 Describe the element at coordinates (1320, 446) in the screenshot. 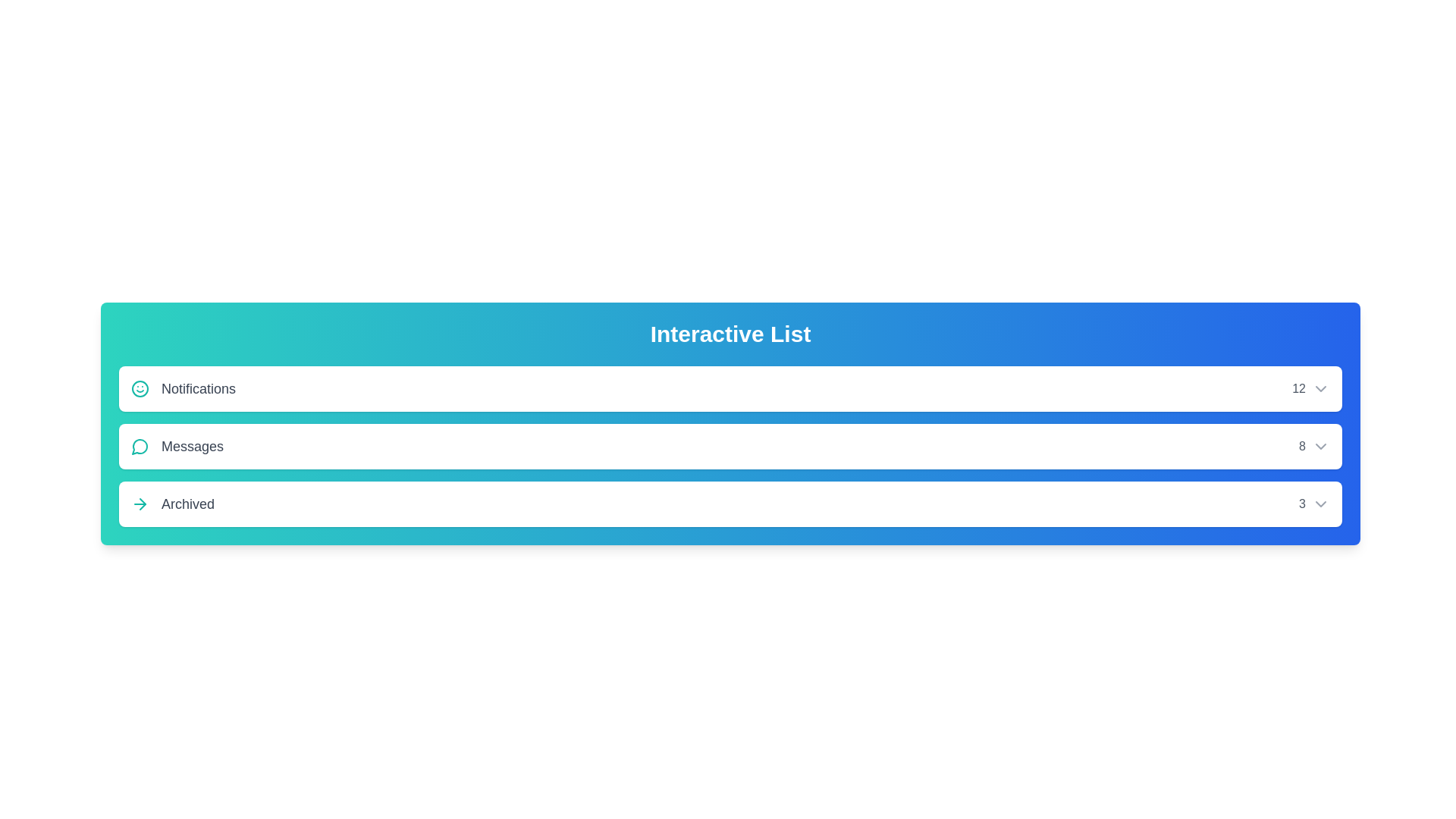

I see `the dropdown icon of the Messages list item to expand its options` at that location.